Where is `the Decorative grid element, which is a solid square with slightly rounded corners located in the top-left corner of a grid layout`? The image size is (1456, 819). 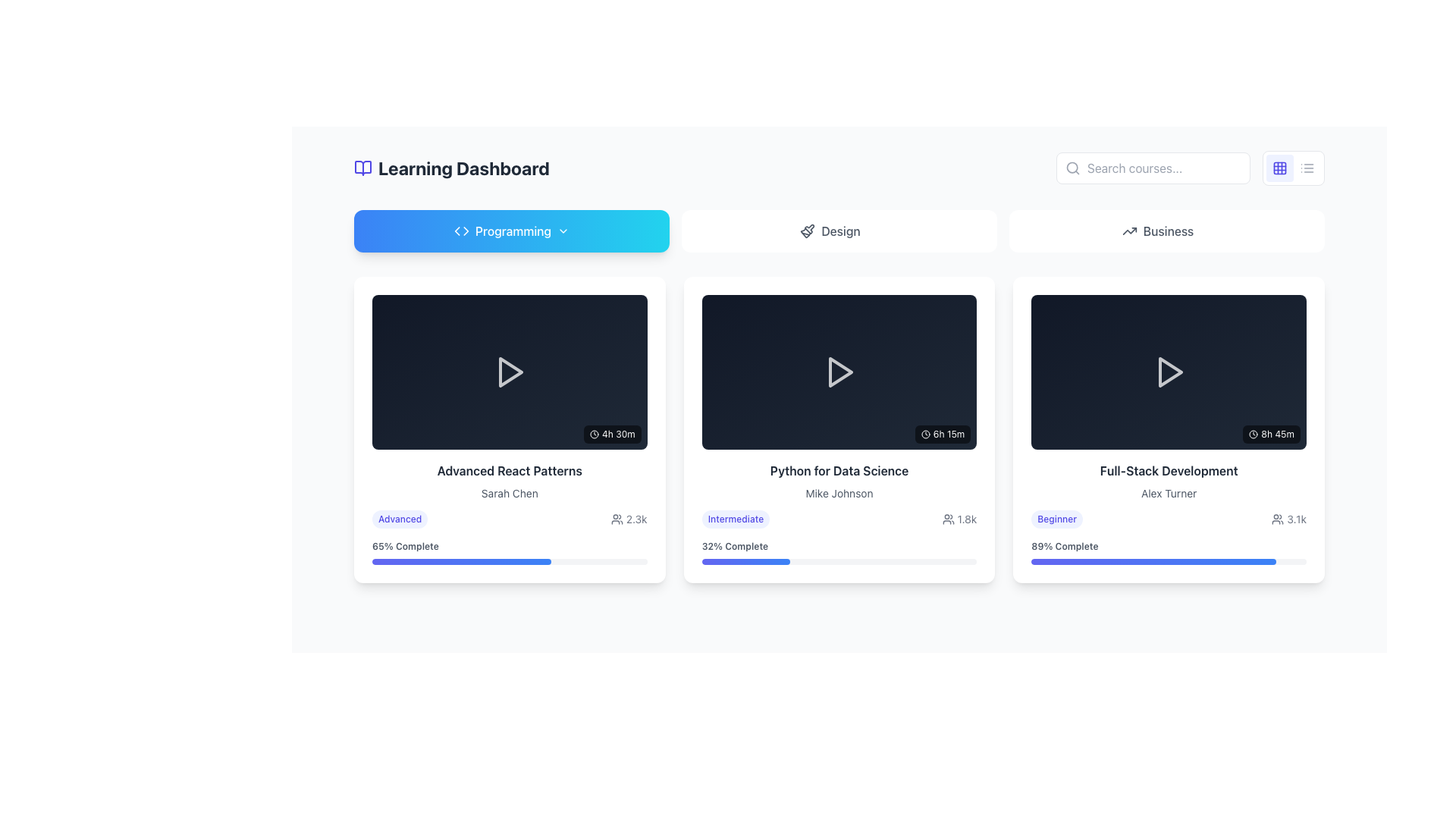
the Decorative grid element, which is a solid square with slightly rounded corners located in the top-left corner of a grid layout is located at coordinates (1279, 168).